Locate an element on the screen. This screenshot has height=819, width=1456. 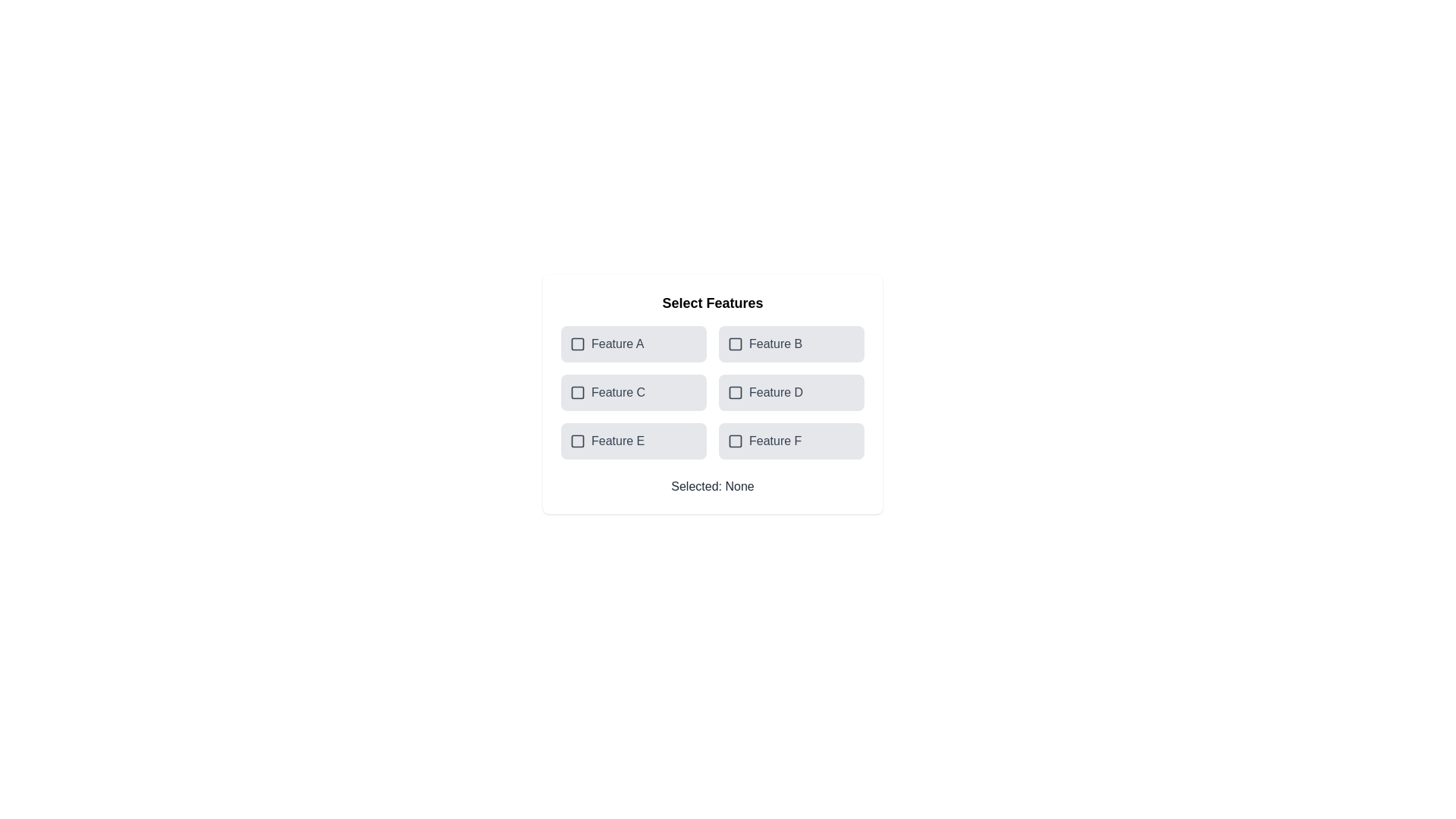
the checkbox for 'Feature C' is located at coordinates (577, 391).